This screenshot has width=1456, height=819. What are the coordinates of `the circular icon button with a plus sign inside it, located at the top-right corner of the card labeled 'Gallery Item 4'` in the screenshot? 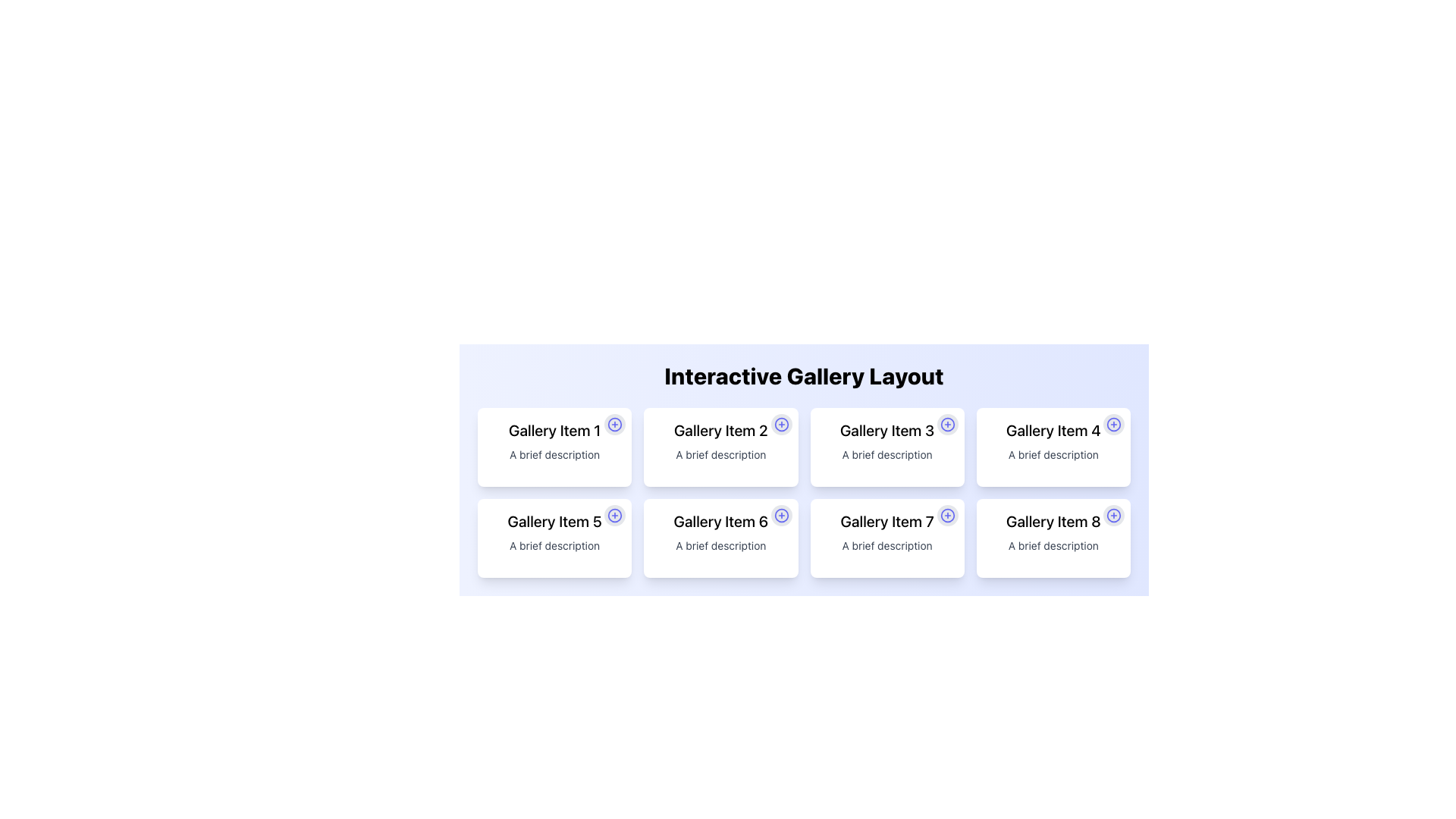 It's located at (1113, 424).